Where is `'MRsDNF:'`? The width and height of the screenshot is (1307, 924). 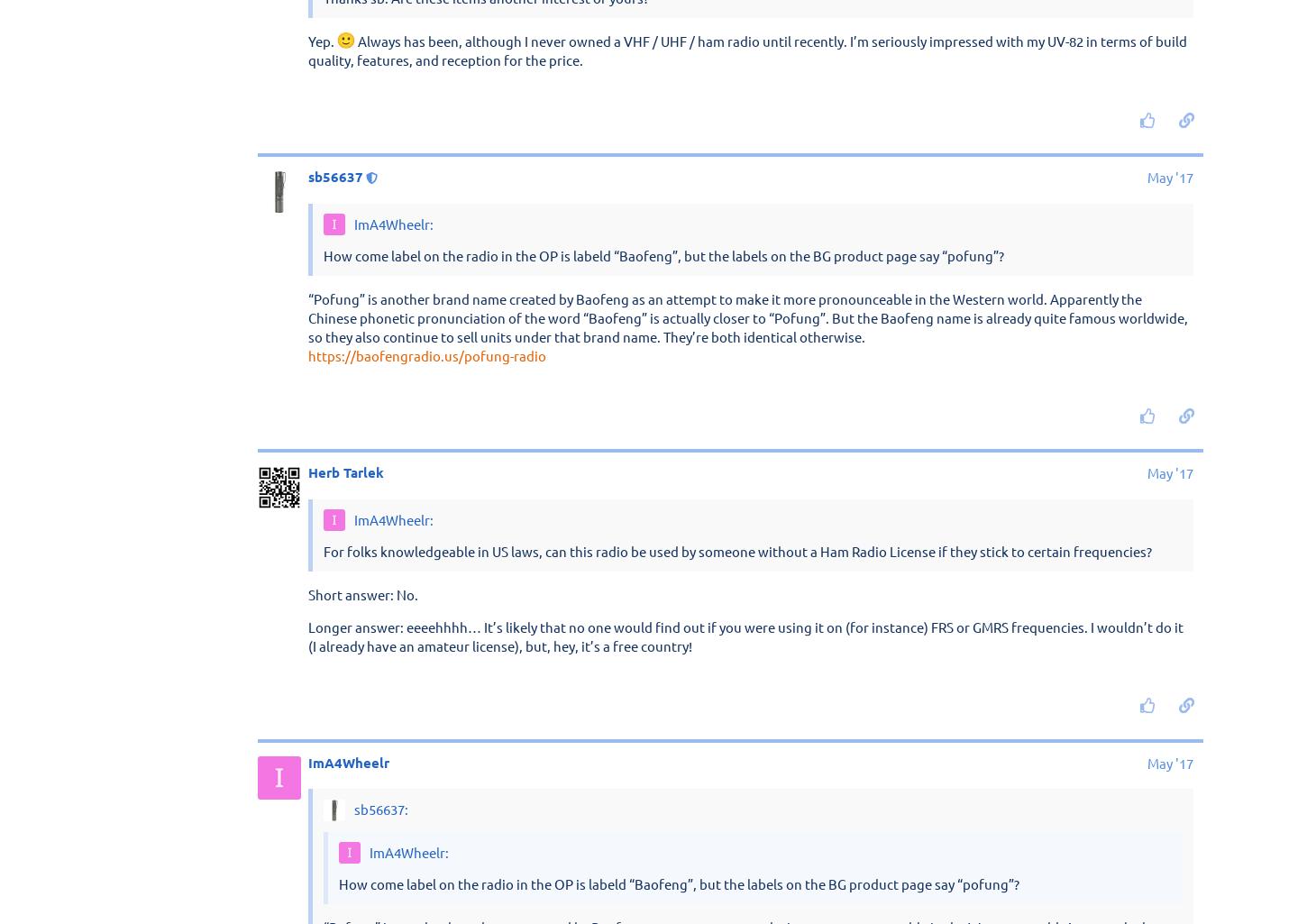
'MRsDNF:' is located at coordinates (379, 487).